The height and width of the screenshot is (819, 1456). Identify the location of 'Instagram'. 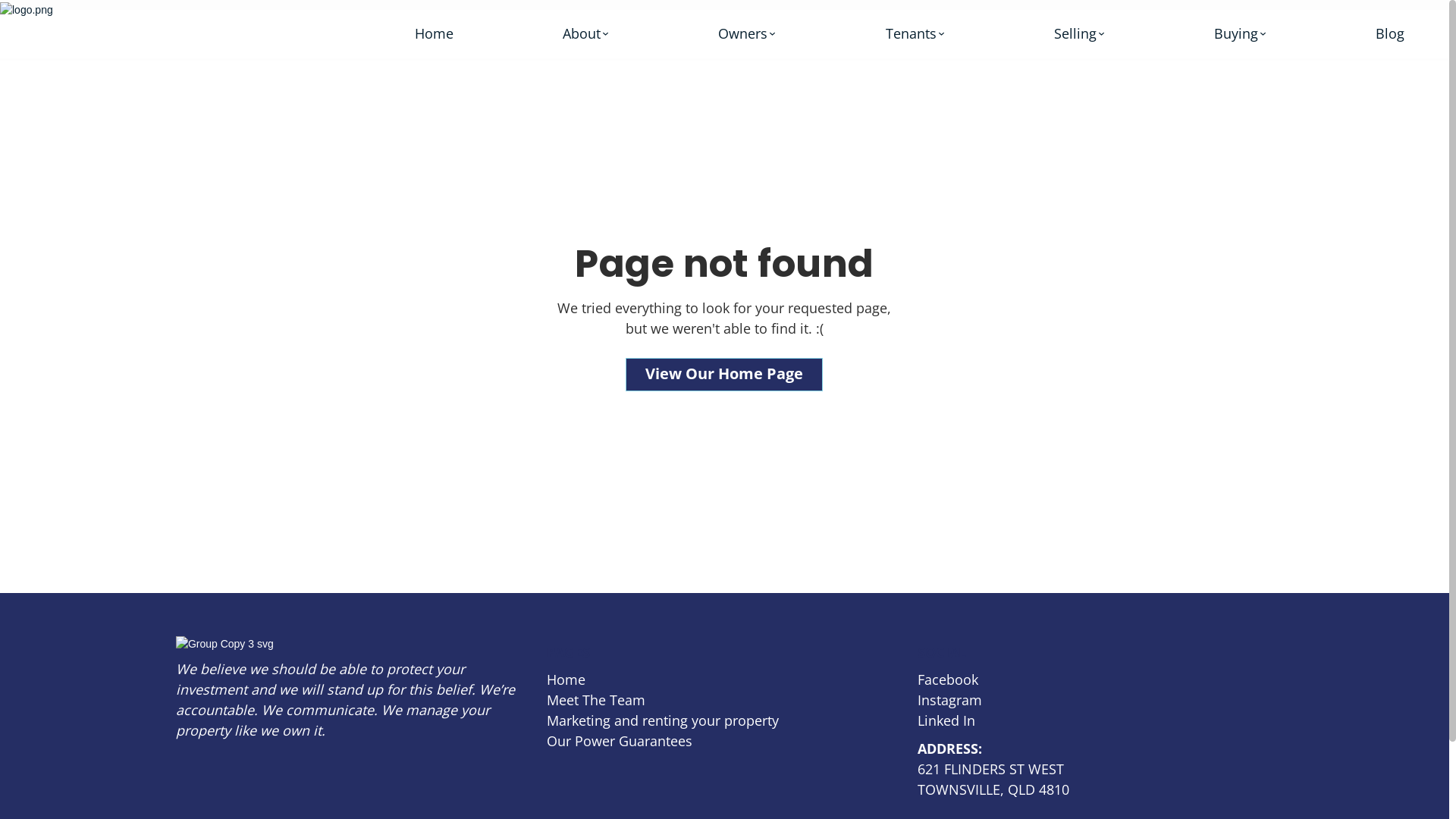
(949, 700).